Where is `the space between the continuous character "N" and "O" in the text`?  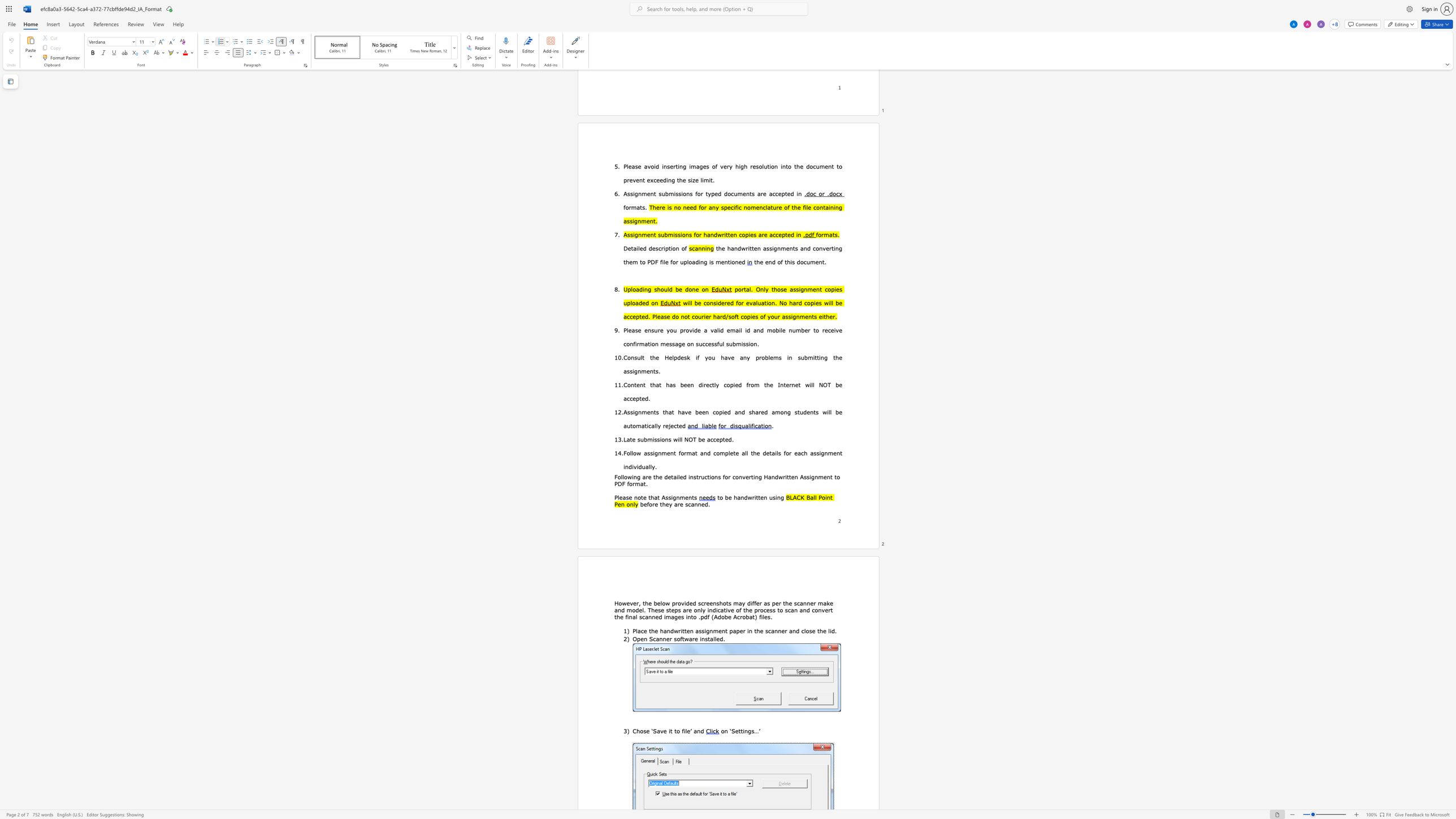
the space between the continuous character "N" and "O" in the text is located at coordinates (688, 439).